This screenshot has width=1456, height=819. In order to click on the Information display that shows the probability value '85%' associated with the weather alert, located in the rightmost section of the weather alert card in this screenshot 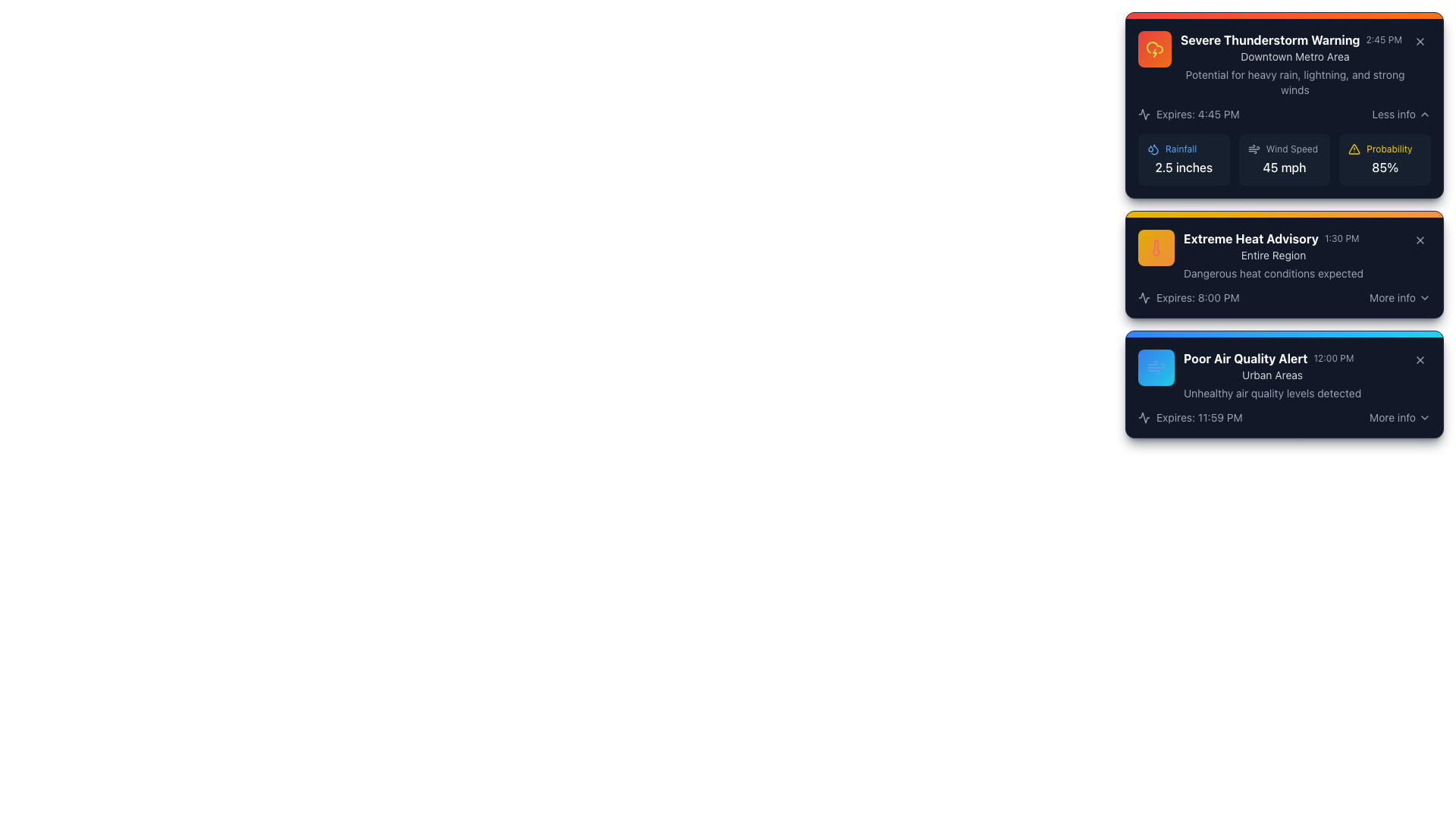, I will do `click(1385, 160)`.